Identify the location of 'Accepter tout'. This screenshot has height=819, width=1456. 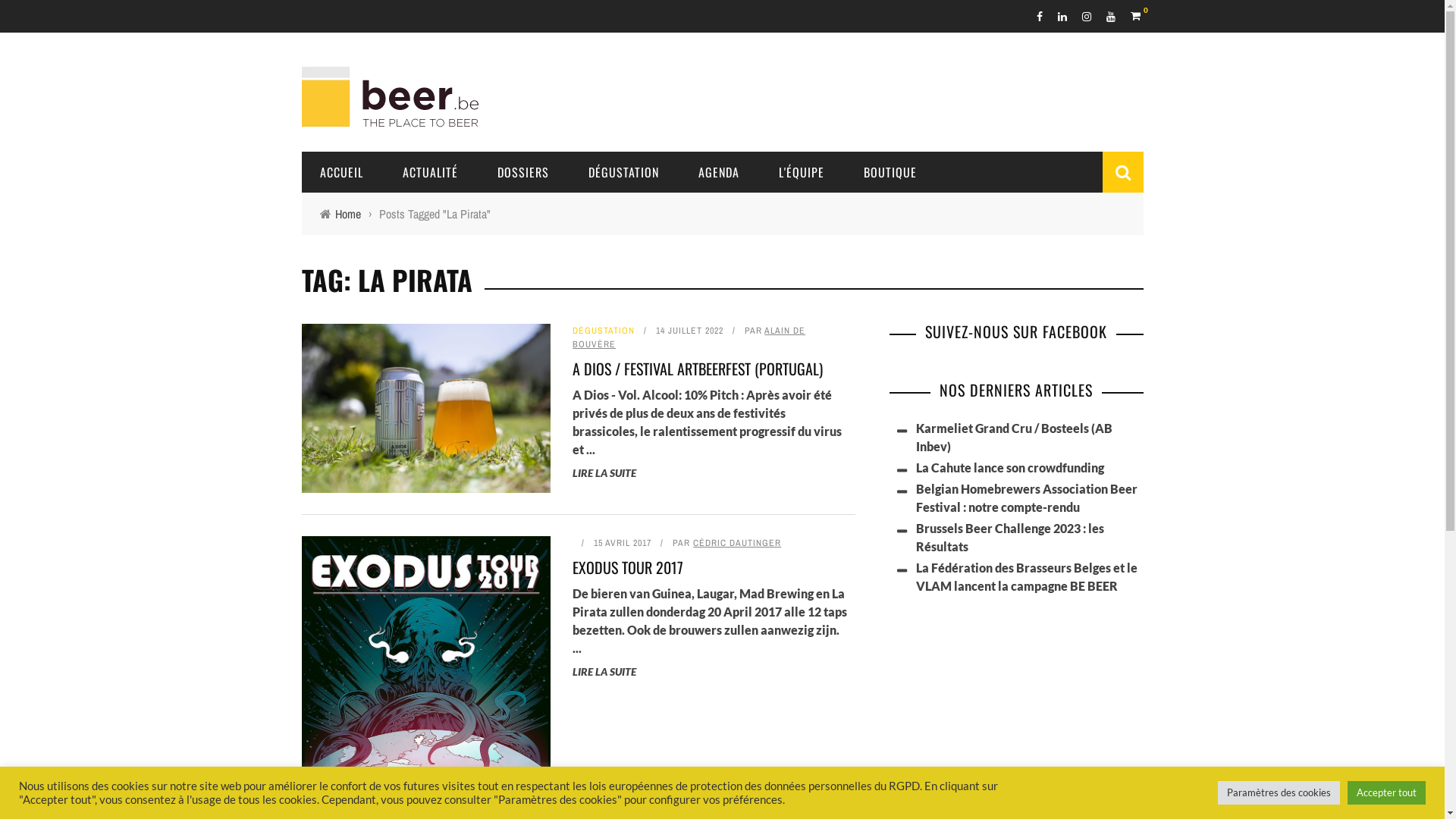
(1386, 792).